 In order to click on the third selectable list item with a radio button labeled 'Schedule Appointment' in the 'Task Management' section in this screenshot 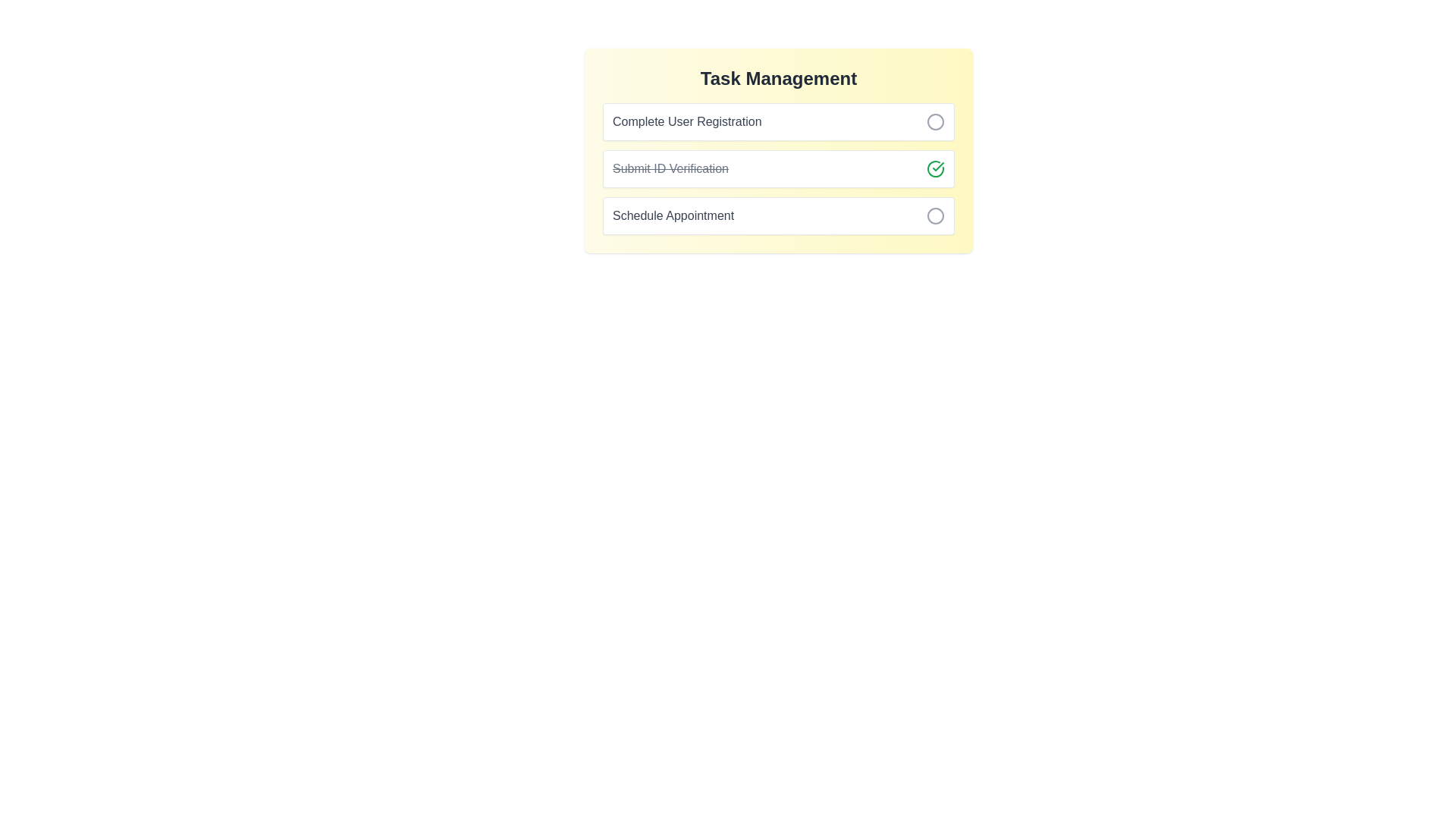, I will do `click(779, 216)`.